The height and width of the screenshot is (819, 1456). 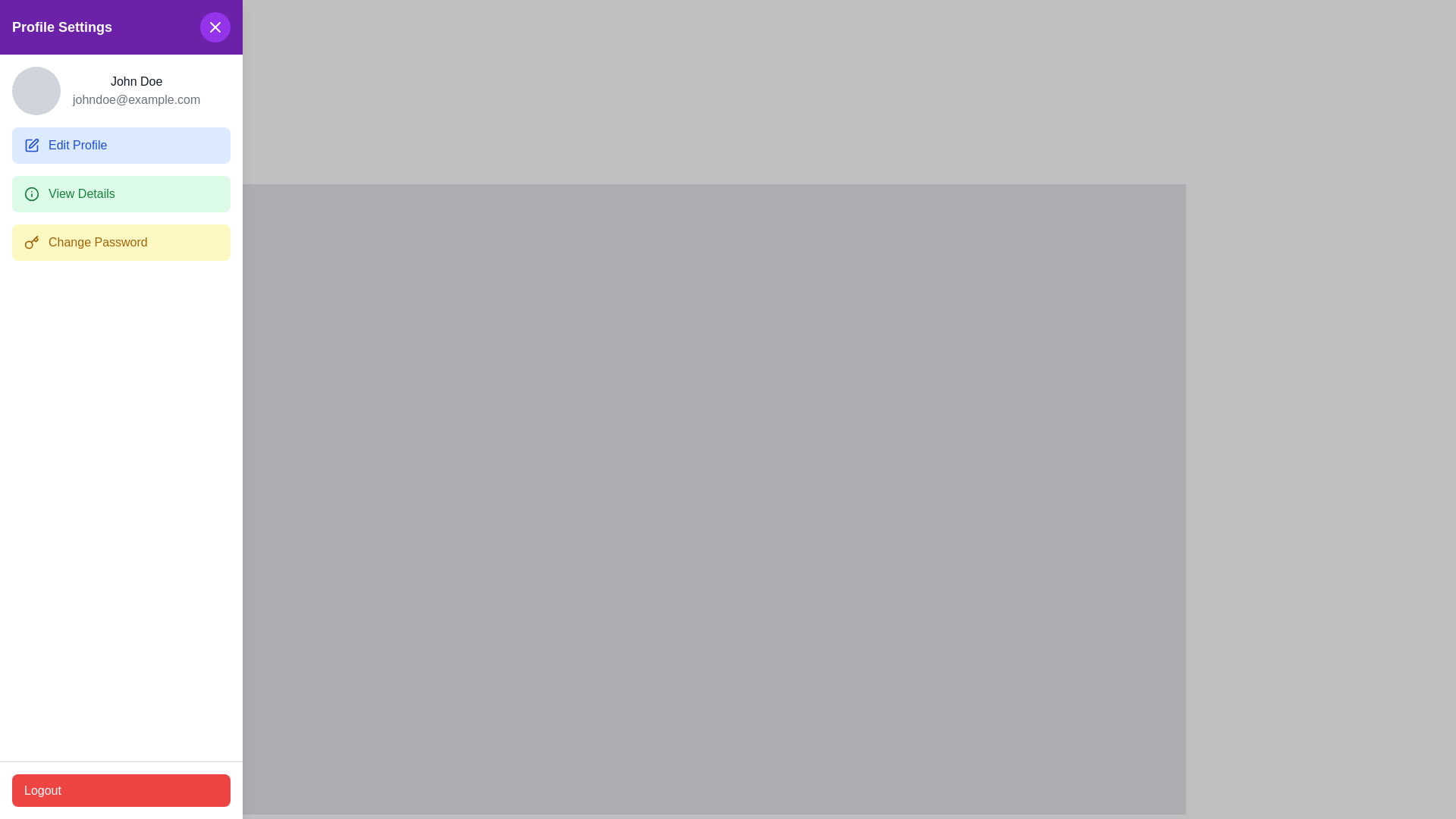 I want to click on the 'Change Password' button, which is a pale yellow rectangular button with rounded corners located in the 'Profile Settings' section, so click(x=120, y=242).